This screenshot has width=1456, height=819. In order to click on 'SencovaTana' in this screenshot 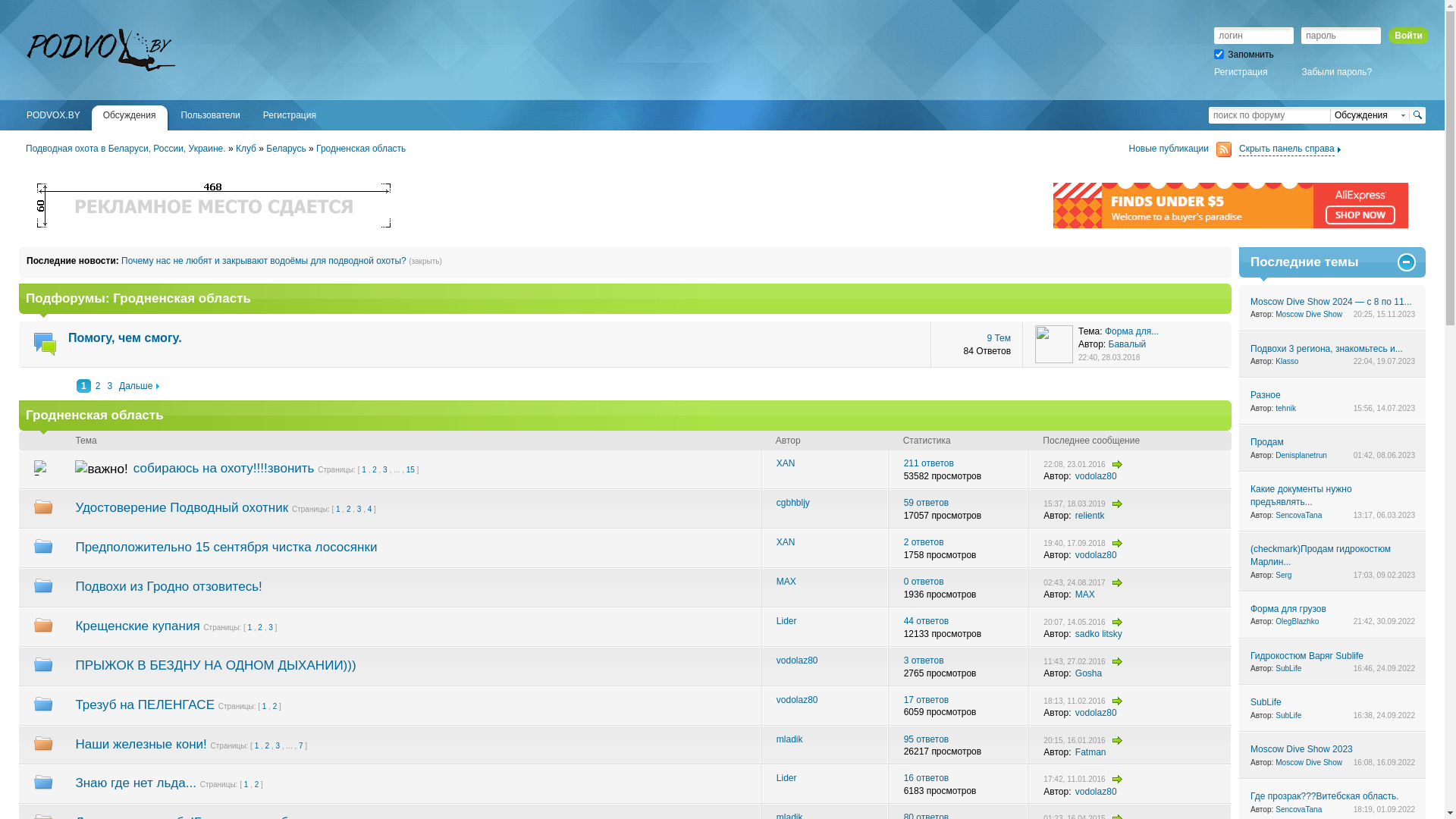, I will do `click(1298, 514)`.